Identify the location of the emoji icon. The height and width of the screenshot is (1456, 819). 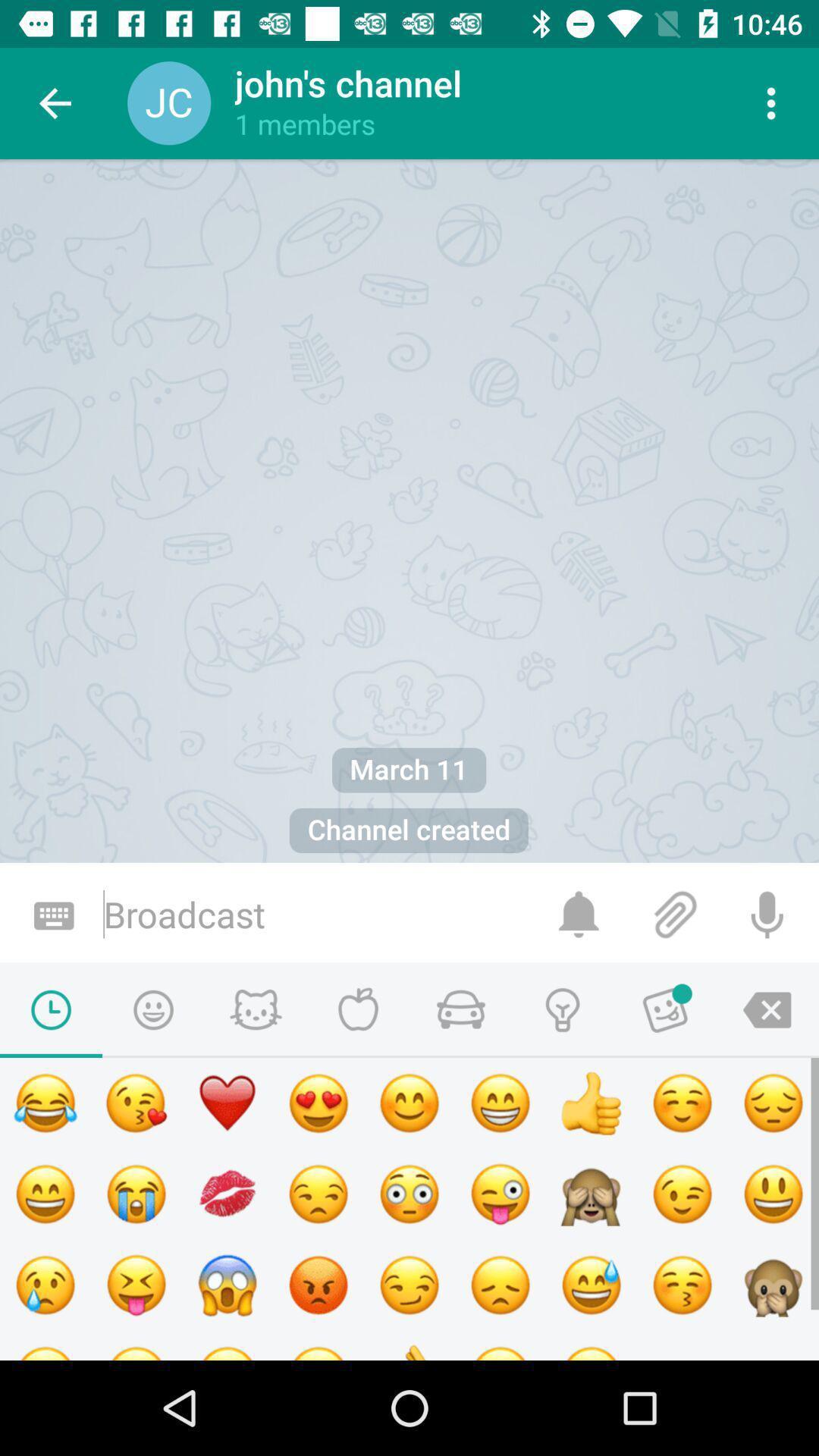
(681, 1193).